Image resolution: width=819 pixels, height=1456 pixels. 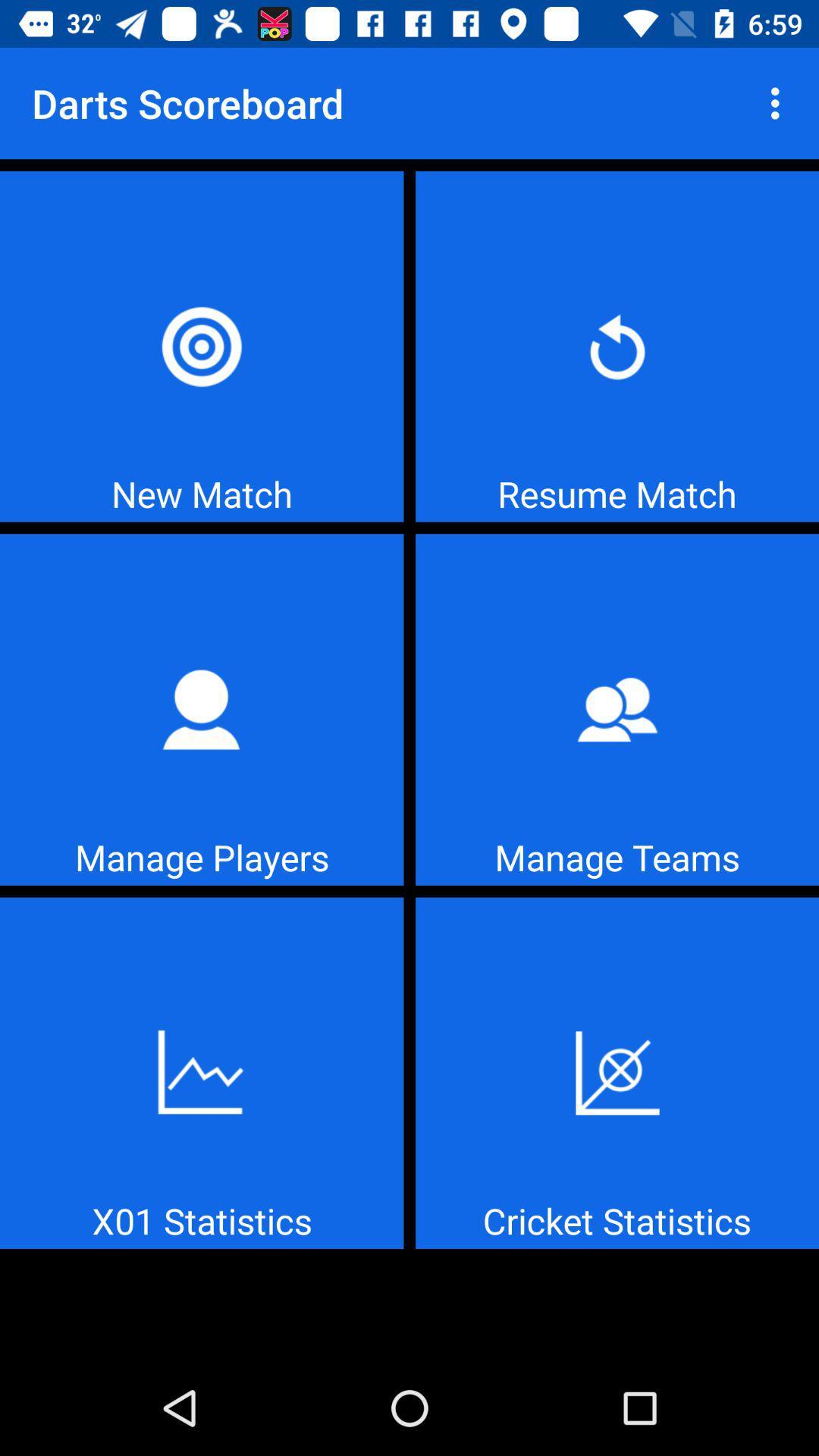 What do you see at coordinates (201, 1072) in the screenshot?
I see `tap x01 statistics icon` at bounding box center [201, 1072].